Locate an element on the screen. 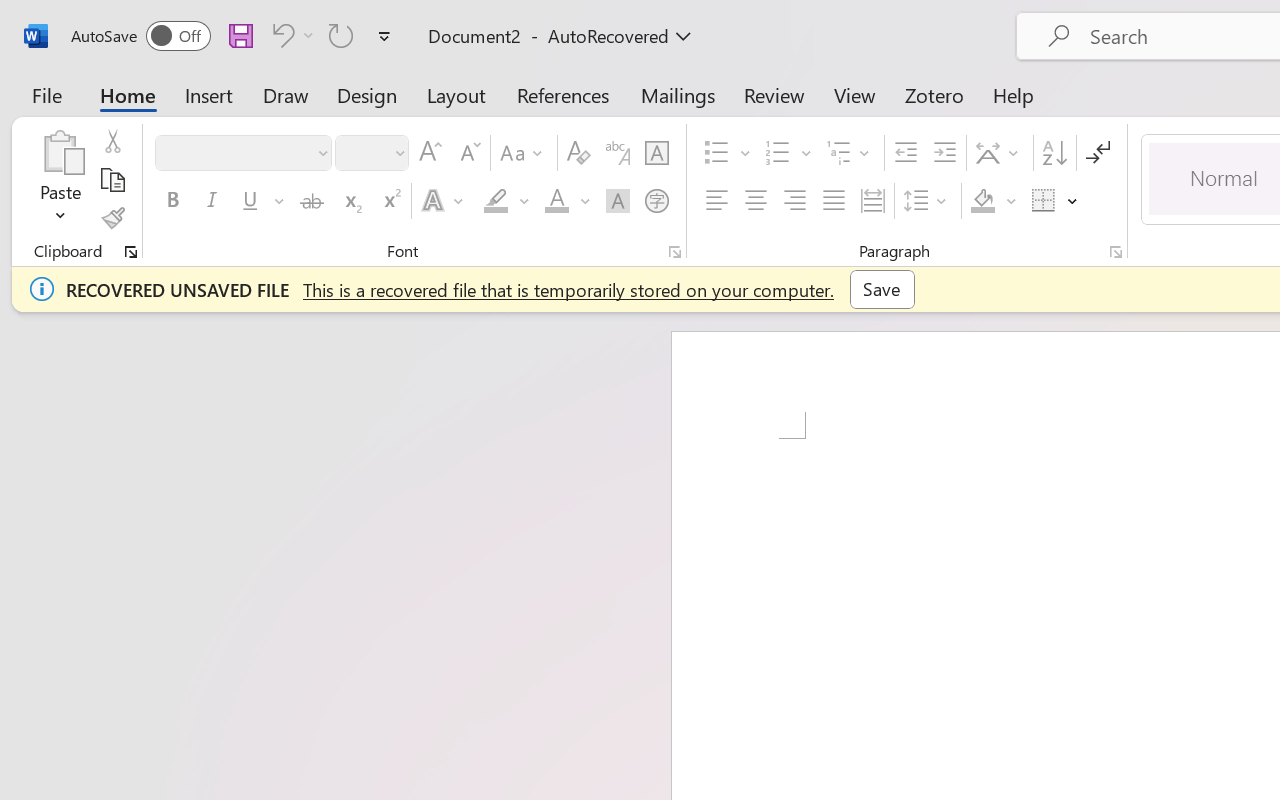  'Italic' is located at coordinates (212, 201).